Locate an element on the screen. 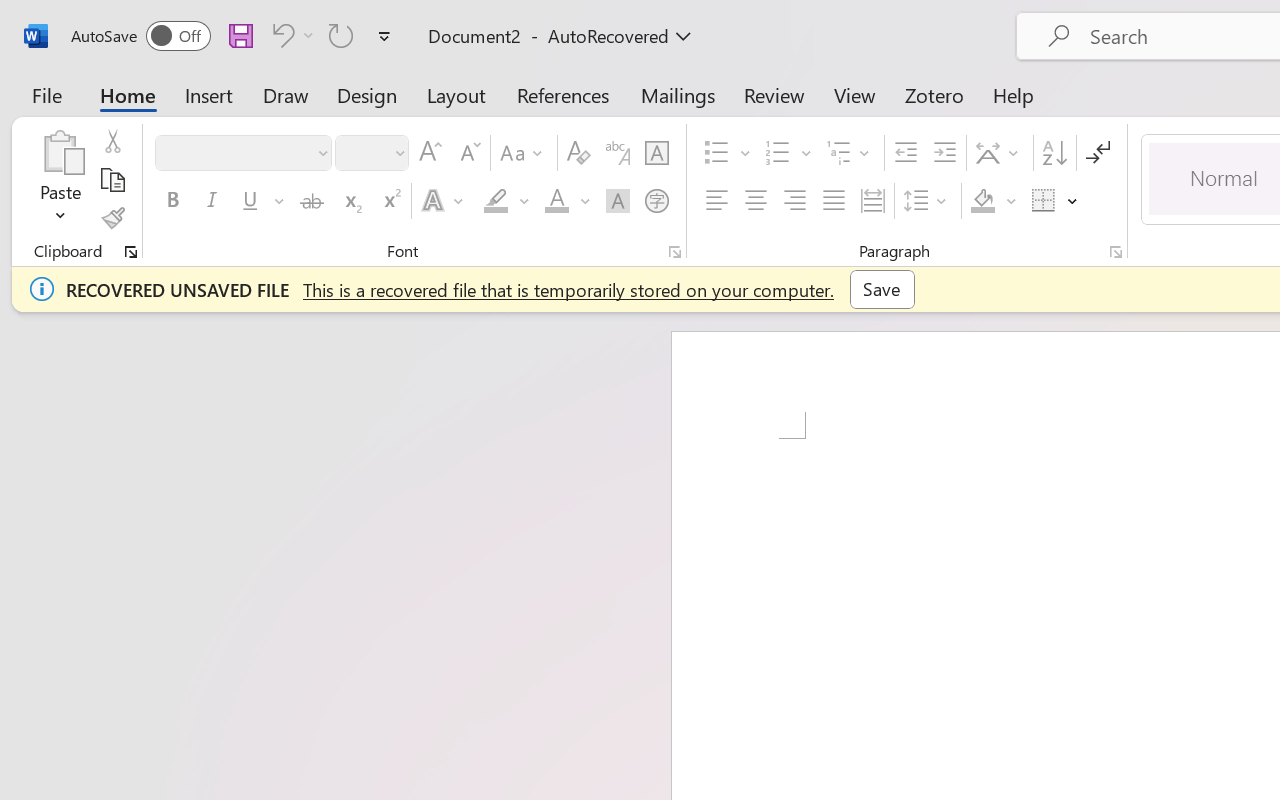  'Italic' is located at coordinates (212, 201).